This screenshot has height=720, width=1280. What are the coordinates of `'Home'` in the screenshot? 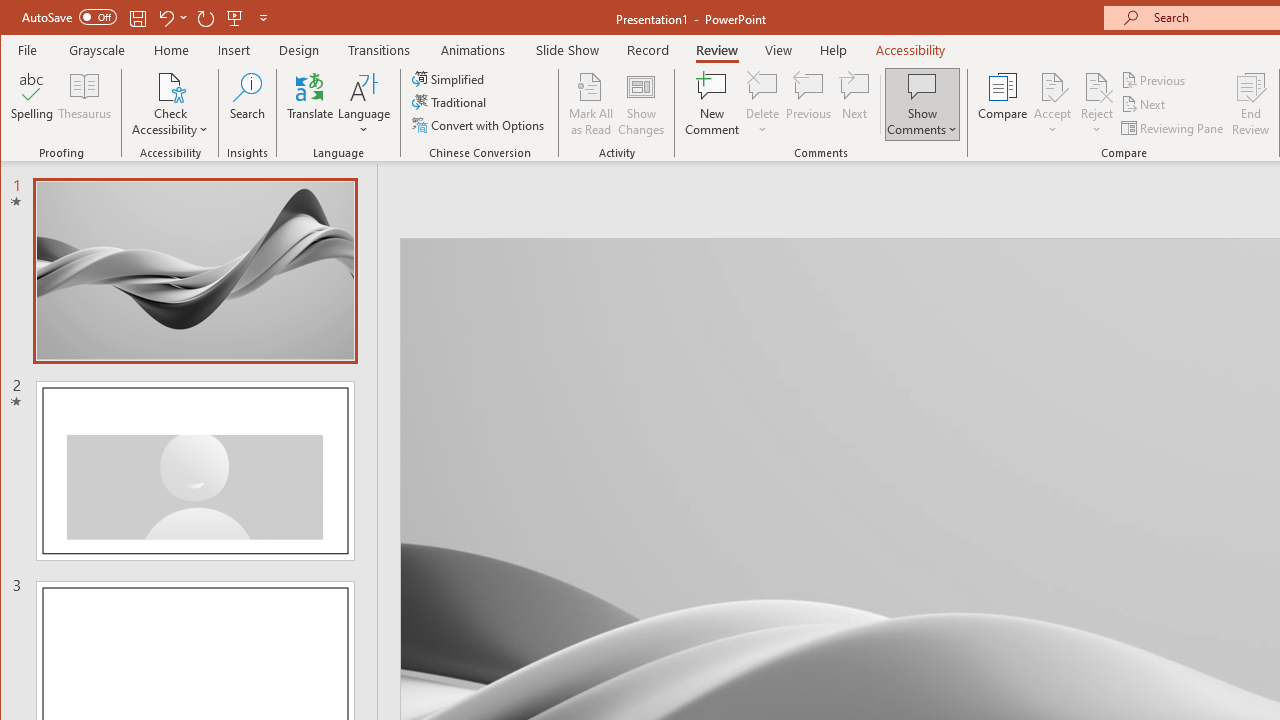 It's located at (171, 49).